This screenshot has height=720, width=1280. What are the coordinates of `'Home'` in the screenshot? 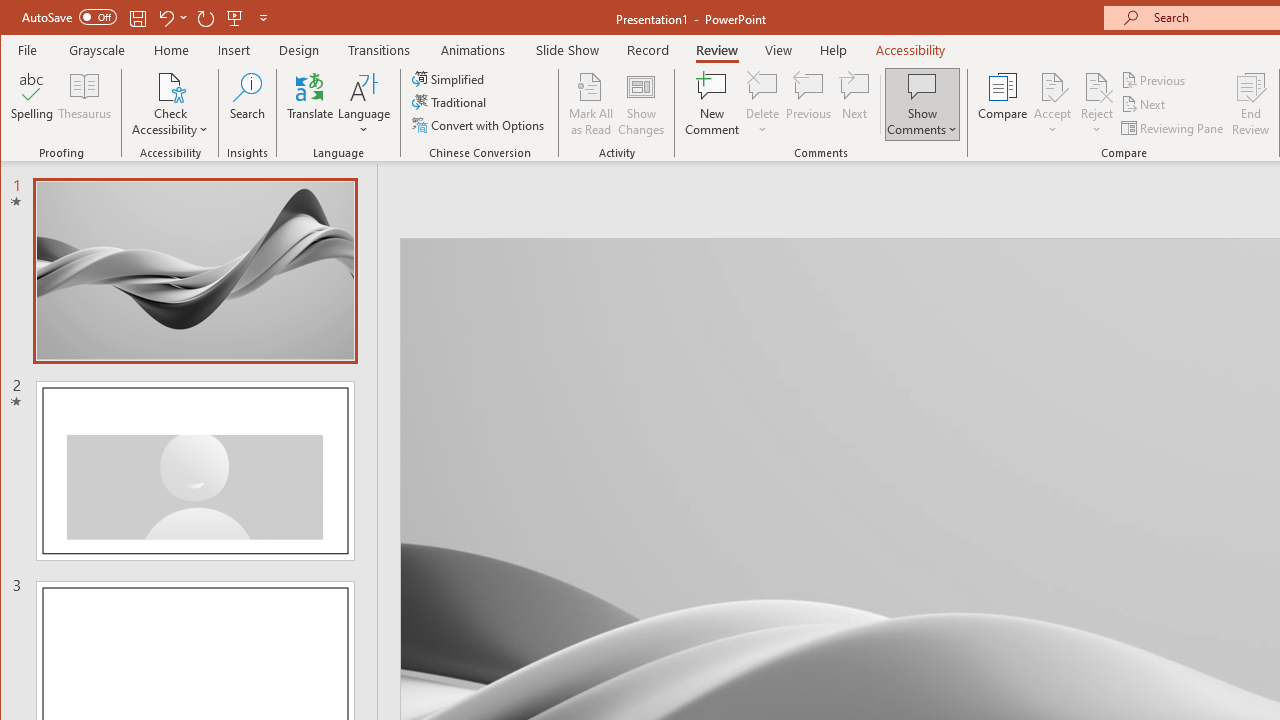 It's located at (171, 49).